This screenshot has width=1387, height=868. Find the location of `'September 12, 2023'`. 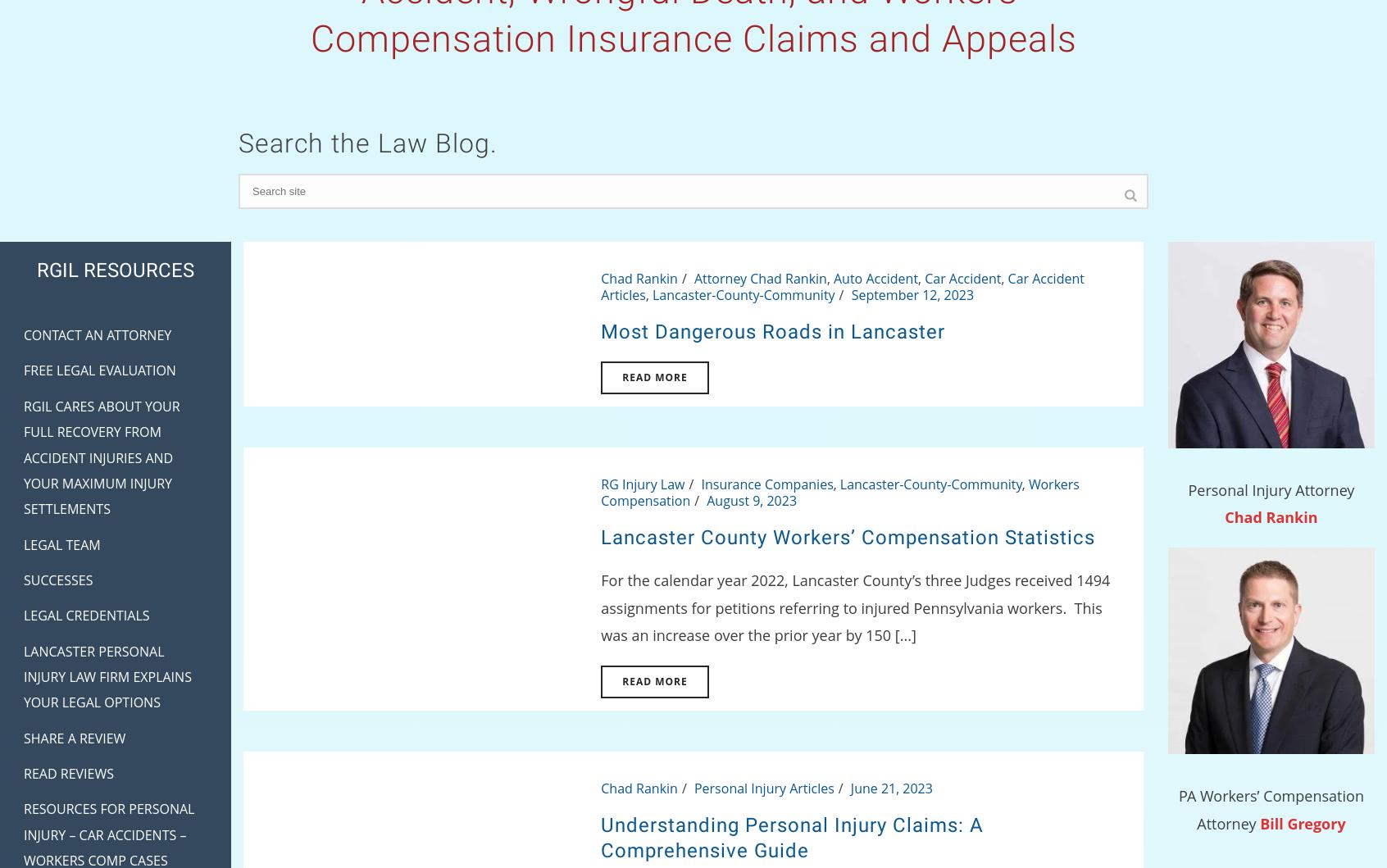

'September 12, 2023' is located at coordinates (912, 293).